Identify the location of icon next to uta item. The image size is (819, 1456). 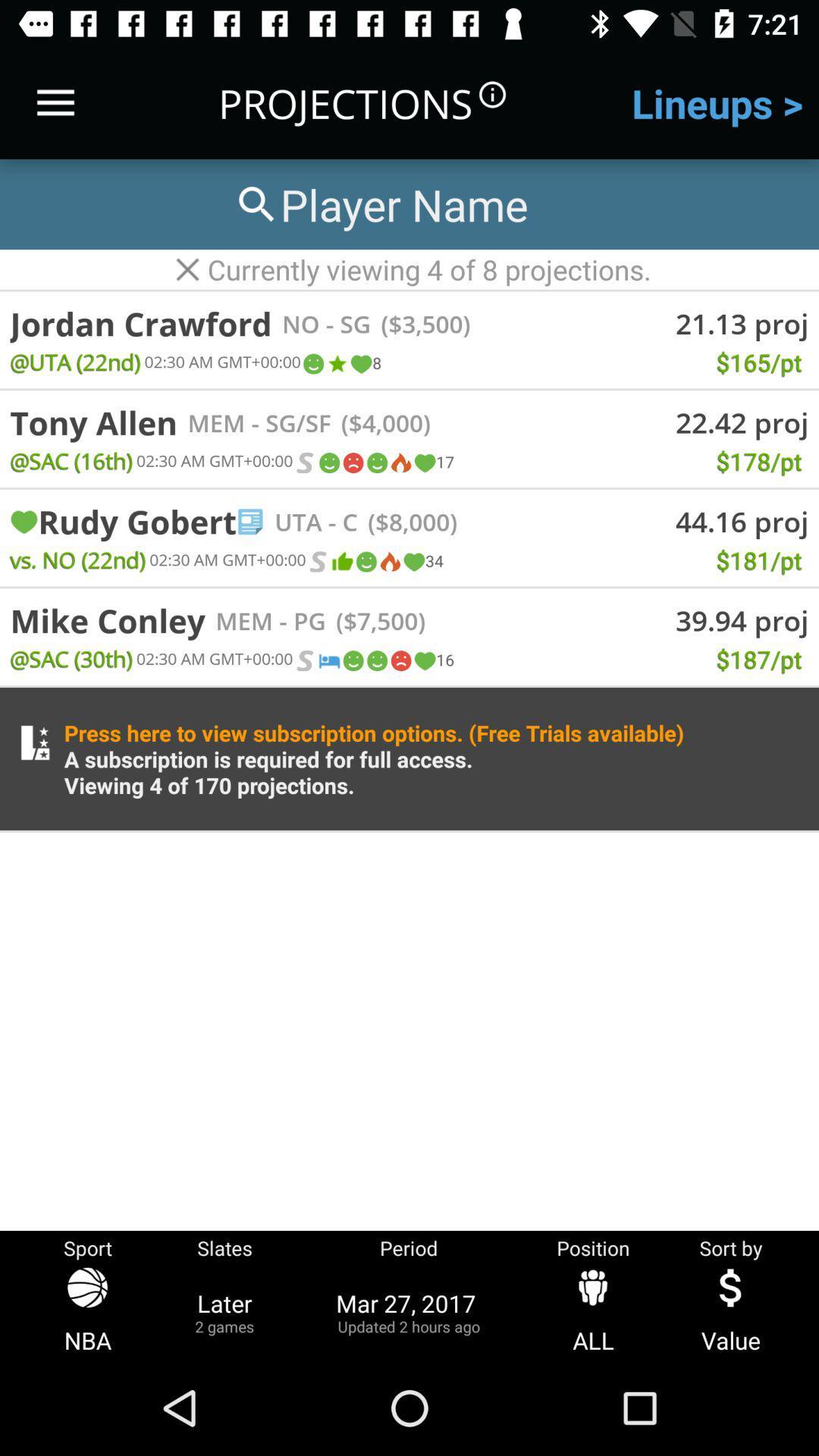
(339, 522).